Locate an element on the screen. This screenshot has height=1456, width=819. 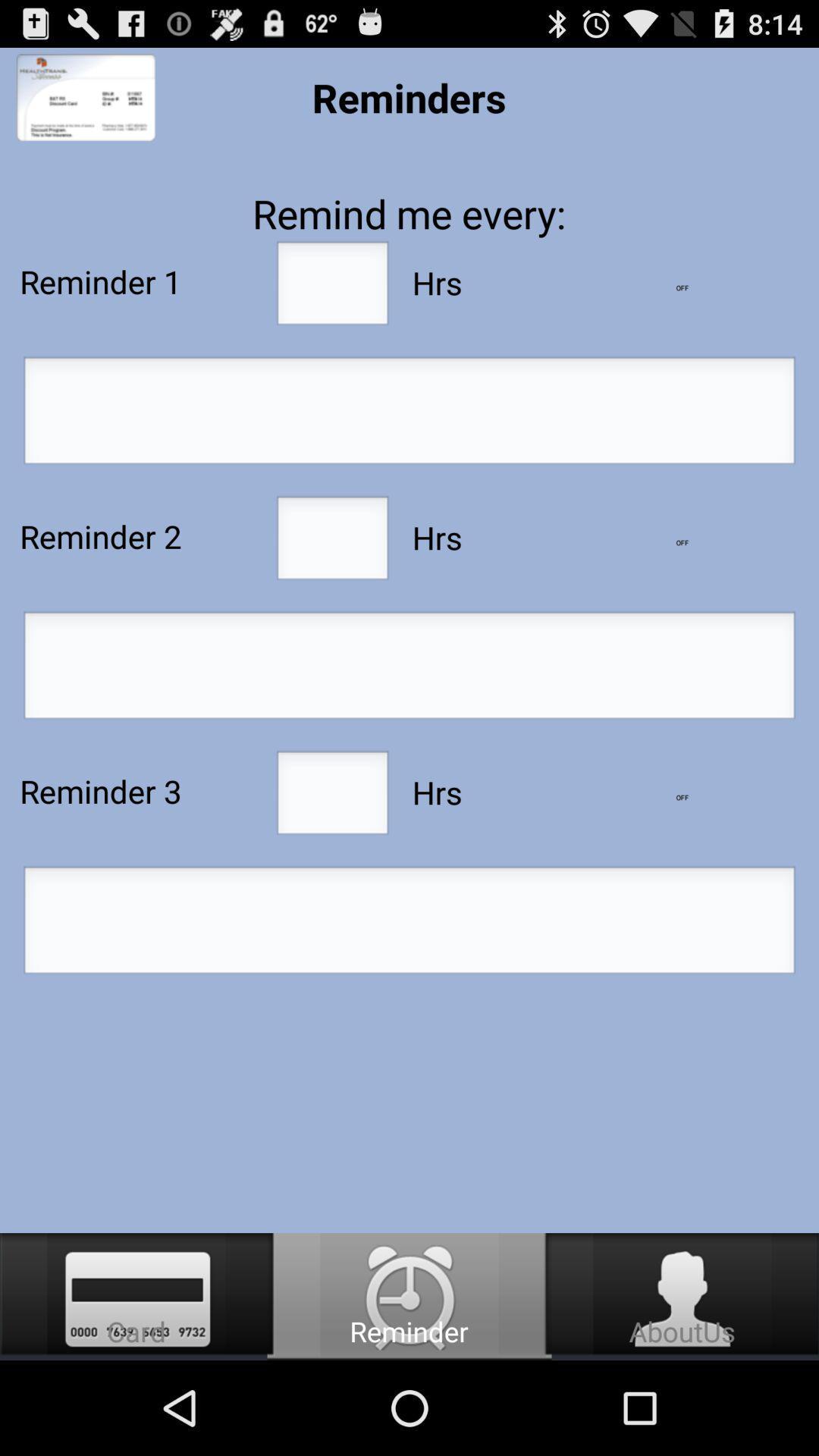
turn off is located at coordinates (681, 542).